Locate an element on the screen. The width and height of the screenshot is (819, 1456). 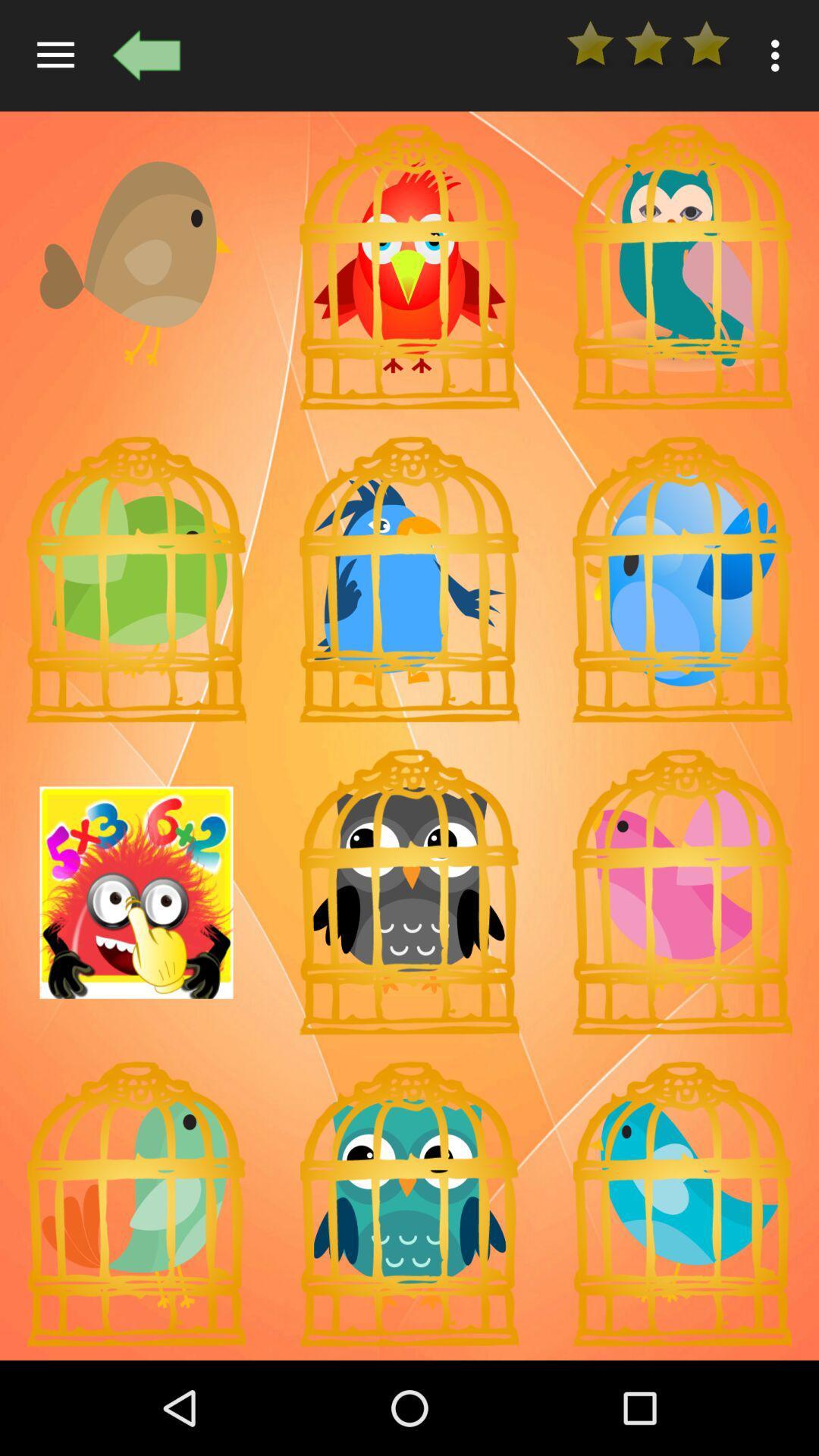
choose activity is located at coordinates (136, 893).